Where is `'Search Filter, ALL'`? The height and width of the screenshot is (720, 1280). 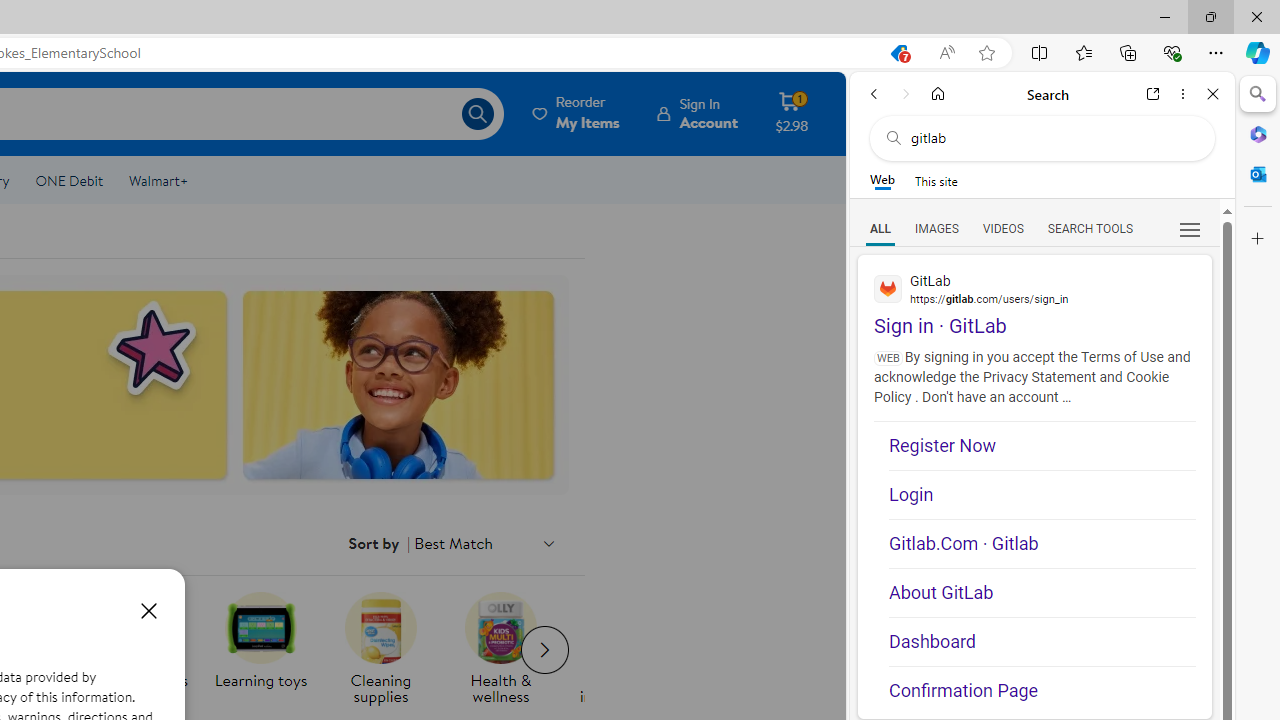 'Search Filter, ALL' is located at coordinates (880, 227).